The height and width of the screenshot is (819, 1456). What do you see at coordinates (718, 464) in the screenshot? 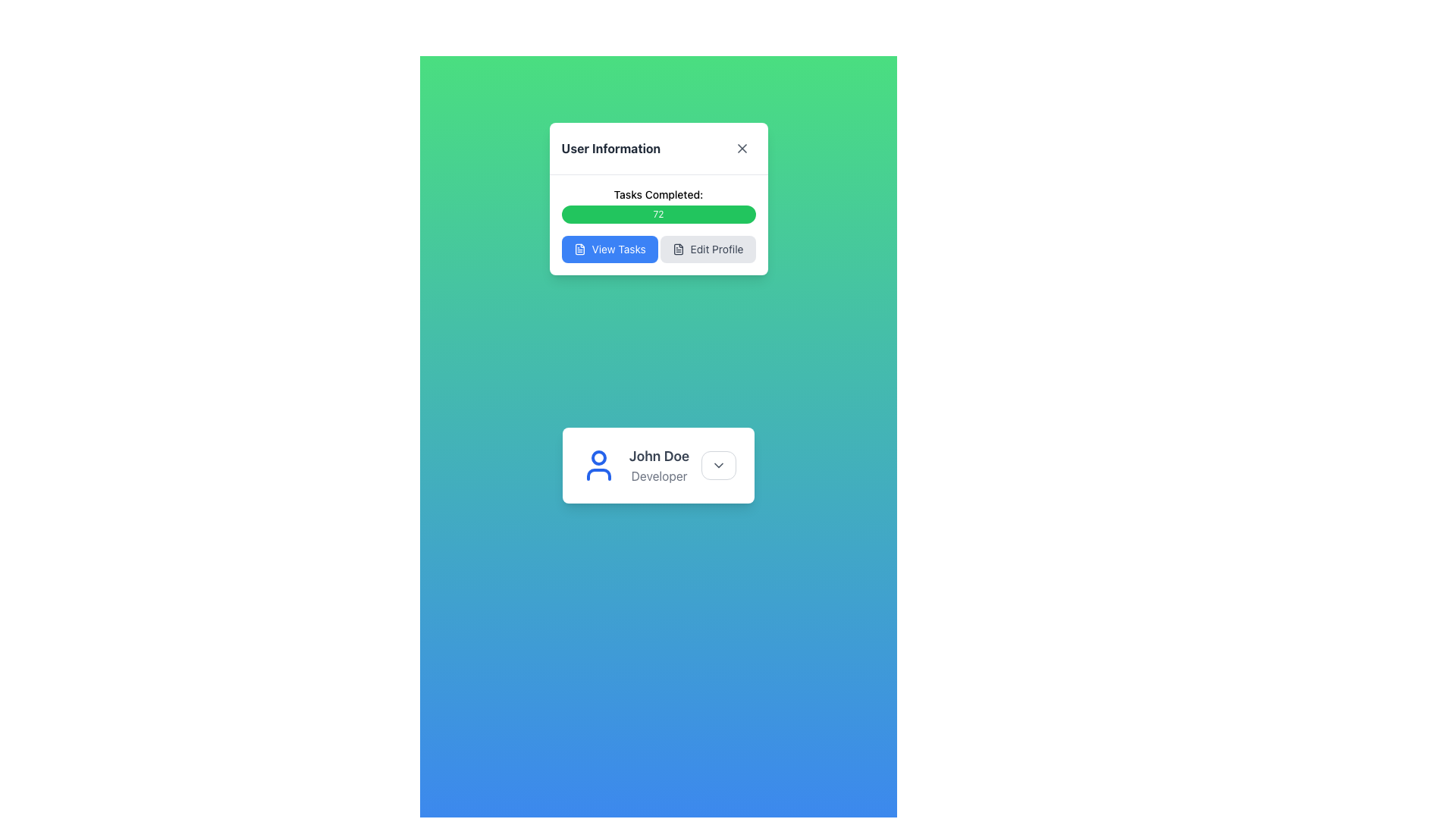
I see `the downward chevron icon located in the top-right area of the button beside the 'John Doe' label` at bounding box center [718, 464].